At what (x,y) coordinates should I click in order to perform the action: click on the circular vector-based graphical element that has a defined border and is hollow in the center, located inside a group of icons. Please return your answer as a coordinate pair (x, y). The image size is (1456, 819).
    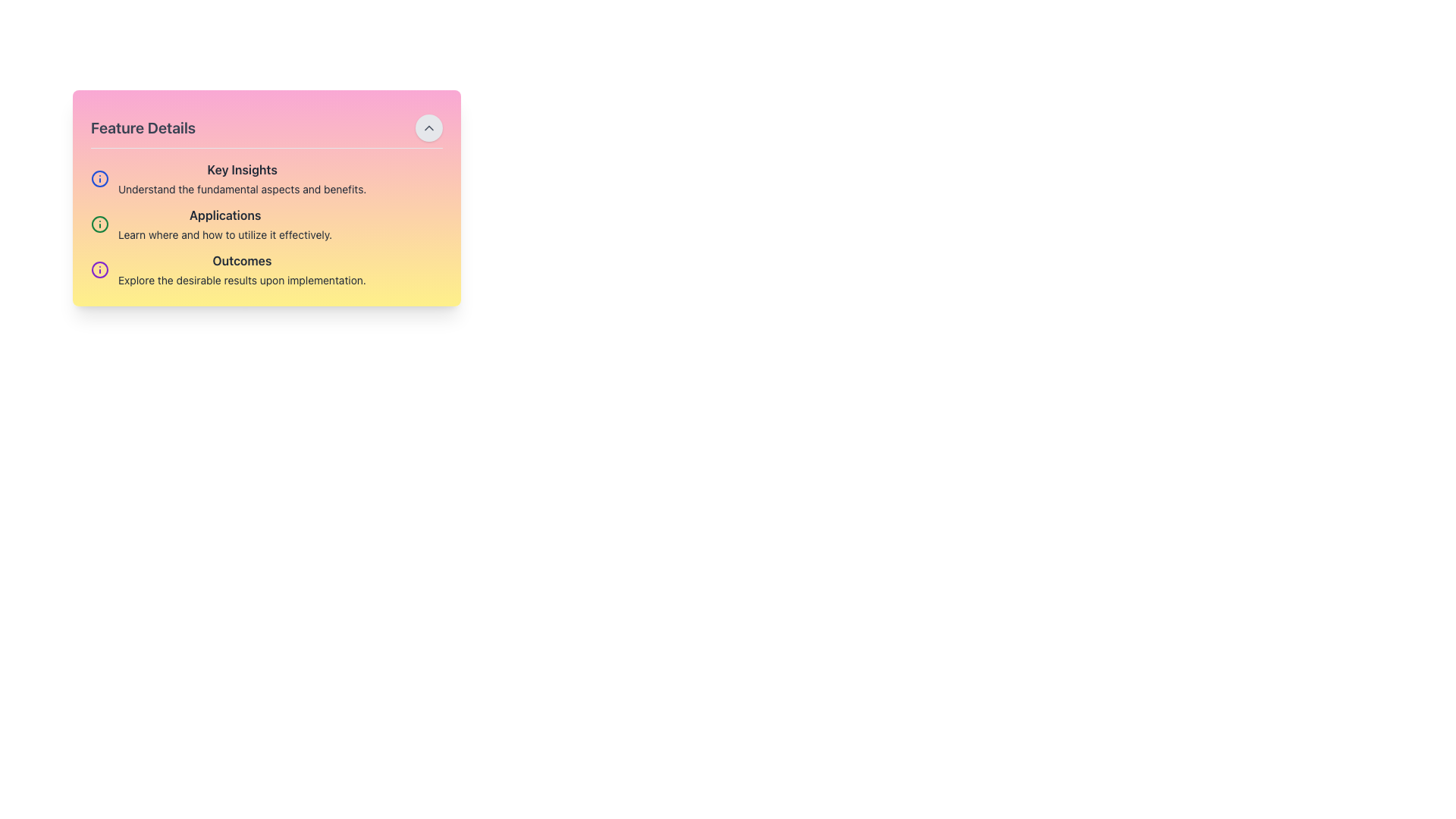
    Looking at the image, I should click on (99, 268).